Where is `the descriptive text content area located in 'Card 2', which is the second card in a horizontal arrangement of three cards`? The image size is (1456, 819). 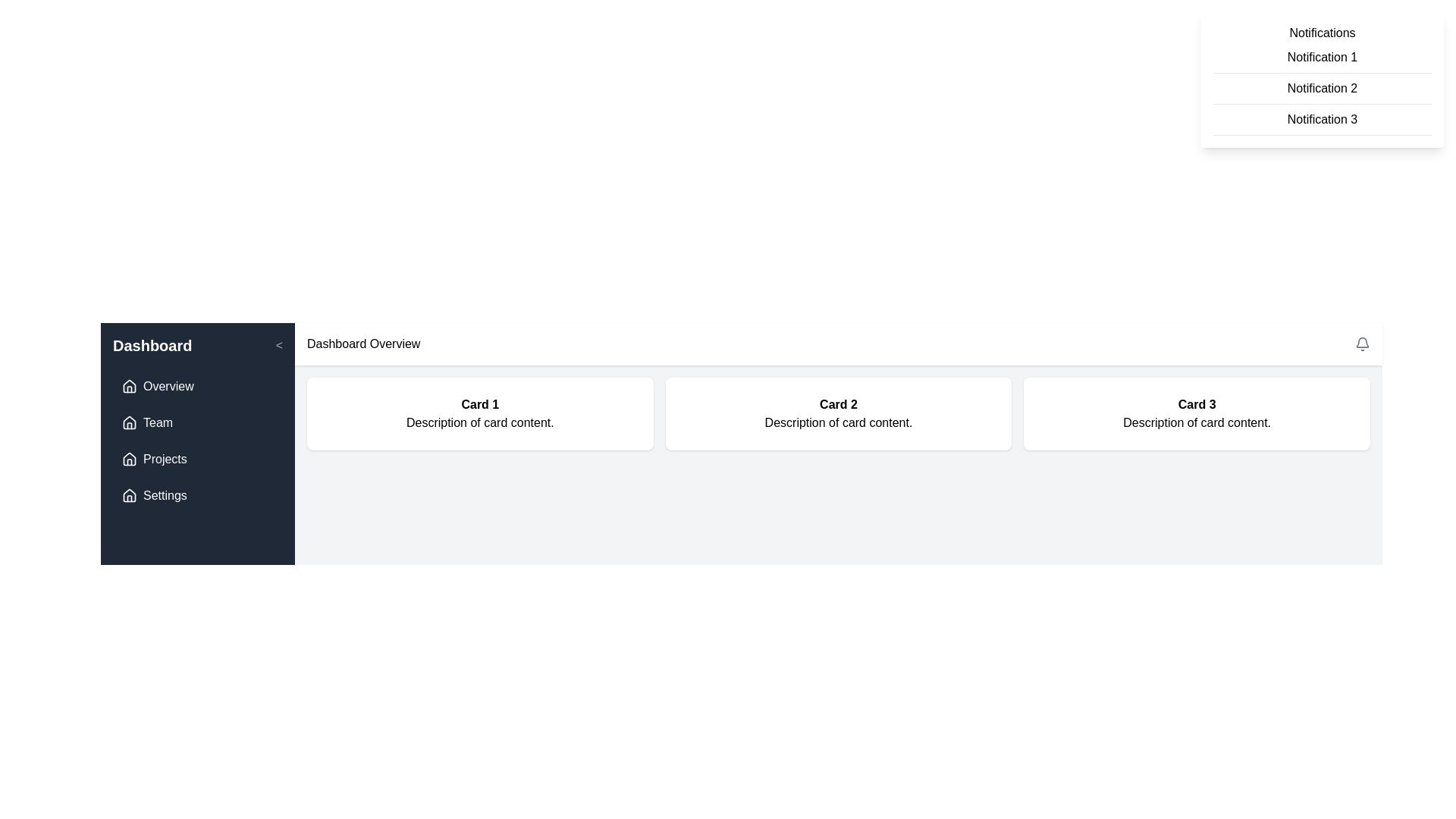 the descriptive text content area located in 'Card 2', which is the second card in a horizontal arrangement of three cards is located at coordinates (837, 423).